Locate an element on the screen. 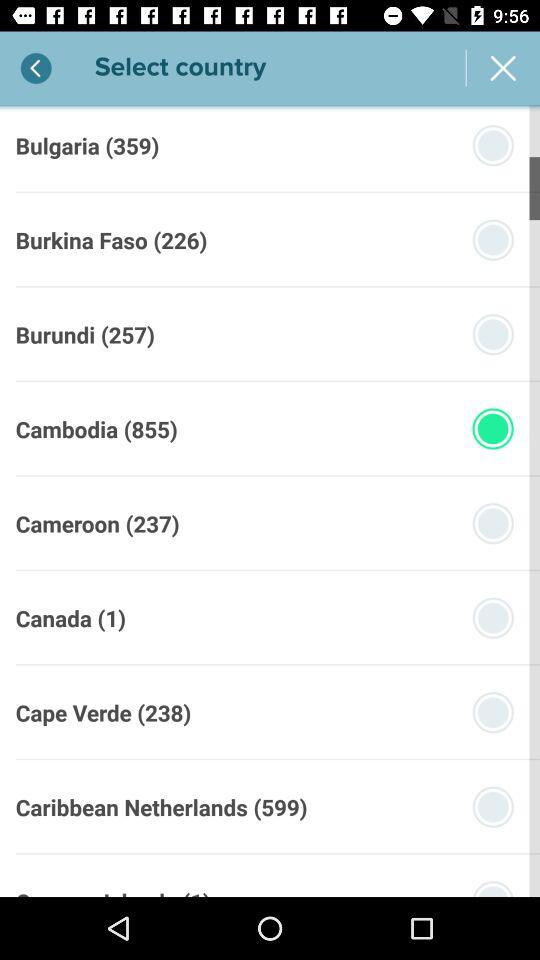  burkina faso (226) is located at coordinates (111, 240).